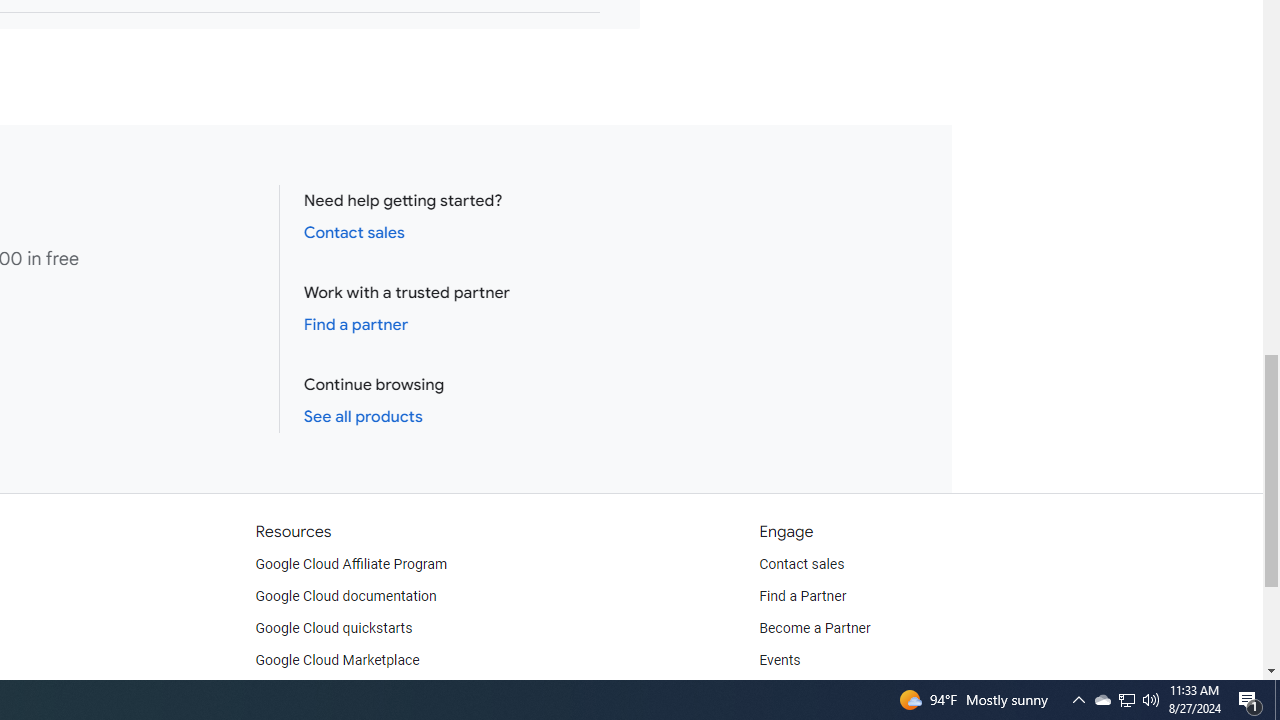 This screenshot has height=720, width=1280. I want to click on 'Google Cloud Marketplace', so click(337, 660).